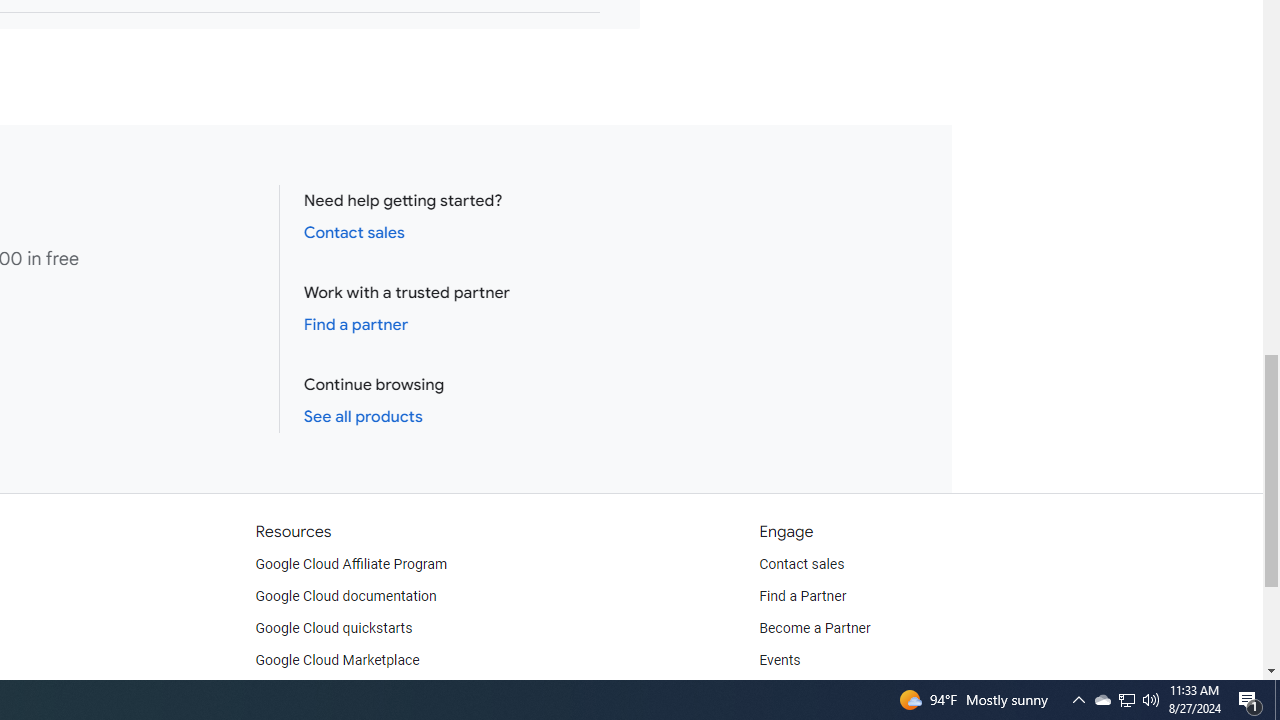 This screenshot has height=720, width=1280. I want to click on 'Google Cloud Marketplace', so click(337, 660).